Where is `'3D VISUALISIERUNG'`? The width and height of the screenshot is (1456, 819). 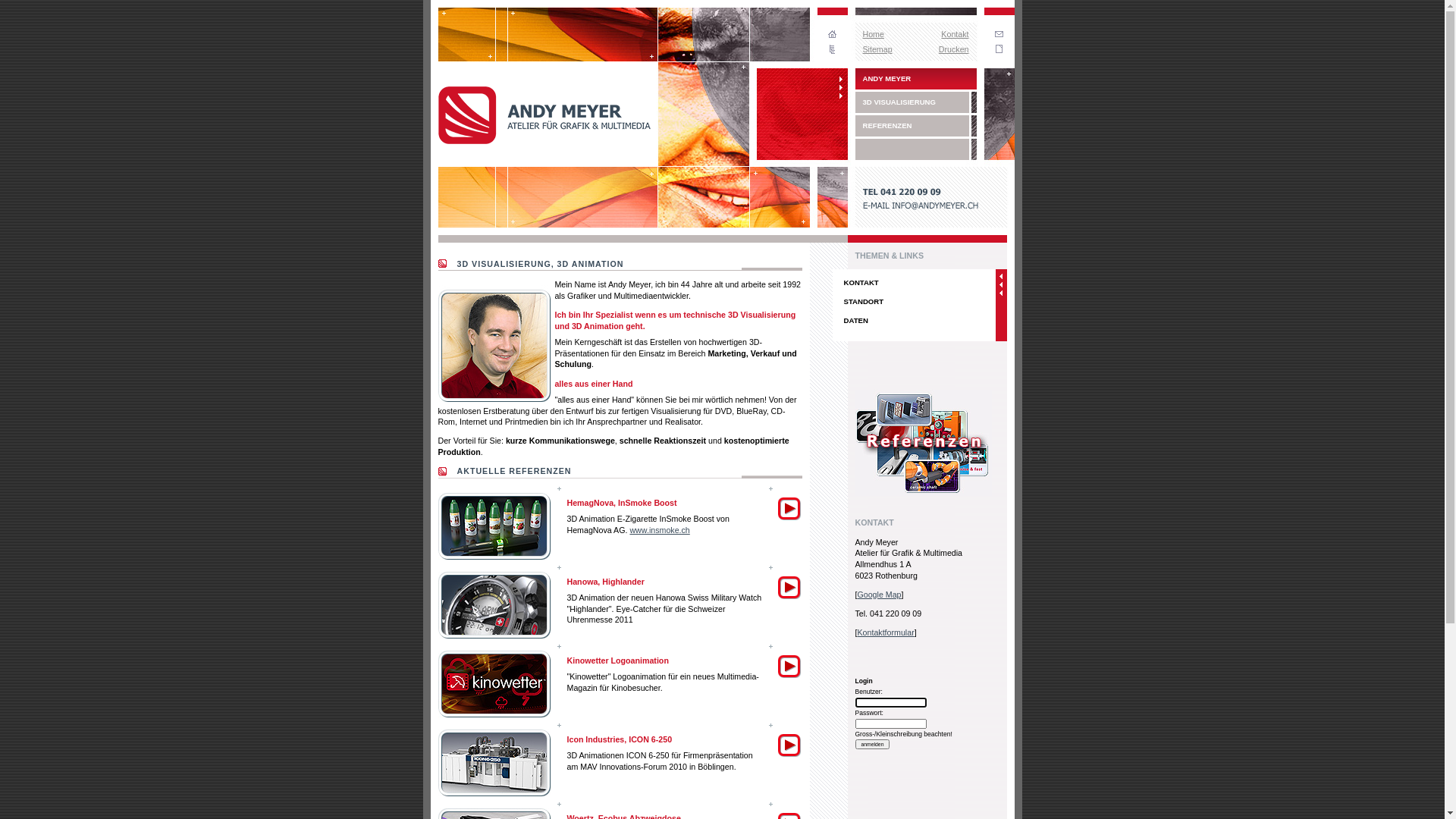 '3D VISUALISIERUNG' is located at coordinates (855, 102).